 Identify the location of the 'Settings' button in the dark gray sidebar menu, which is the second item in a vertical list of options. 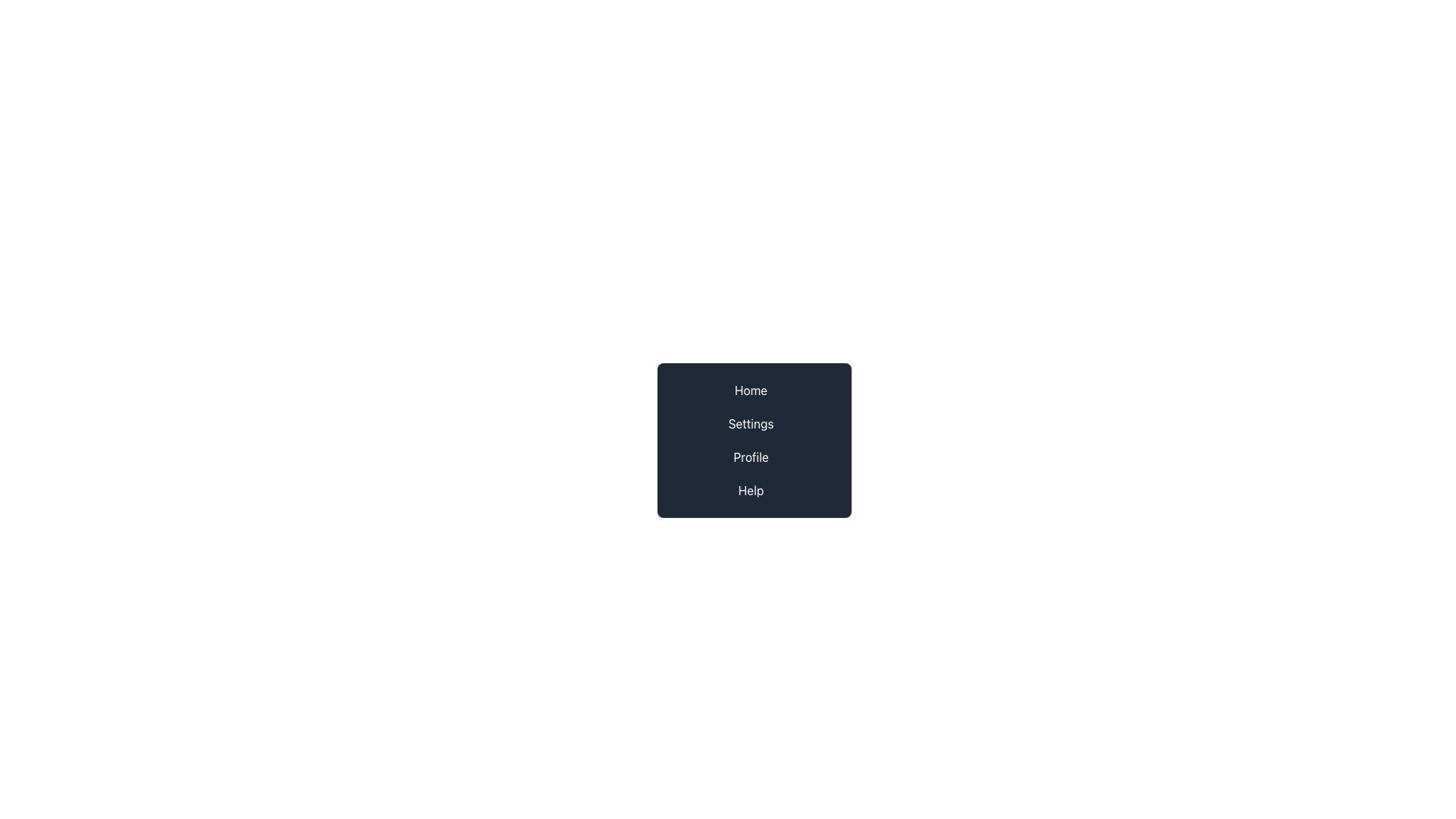
(754, 424).